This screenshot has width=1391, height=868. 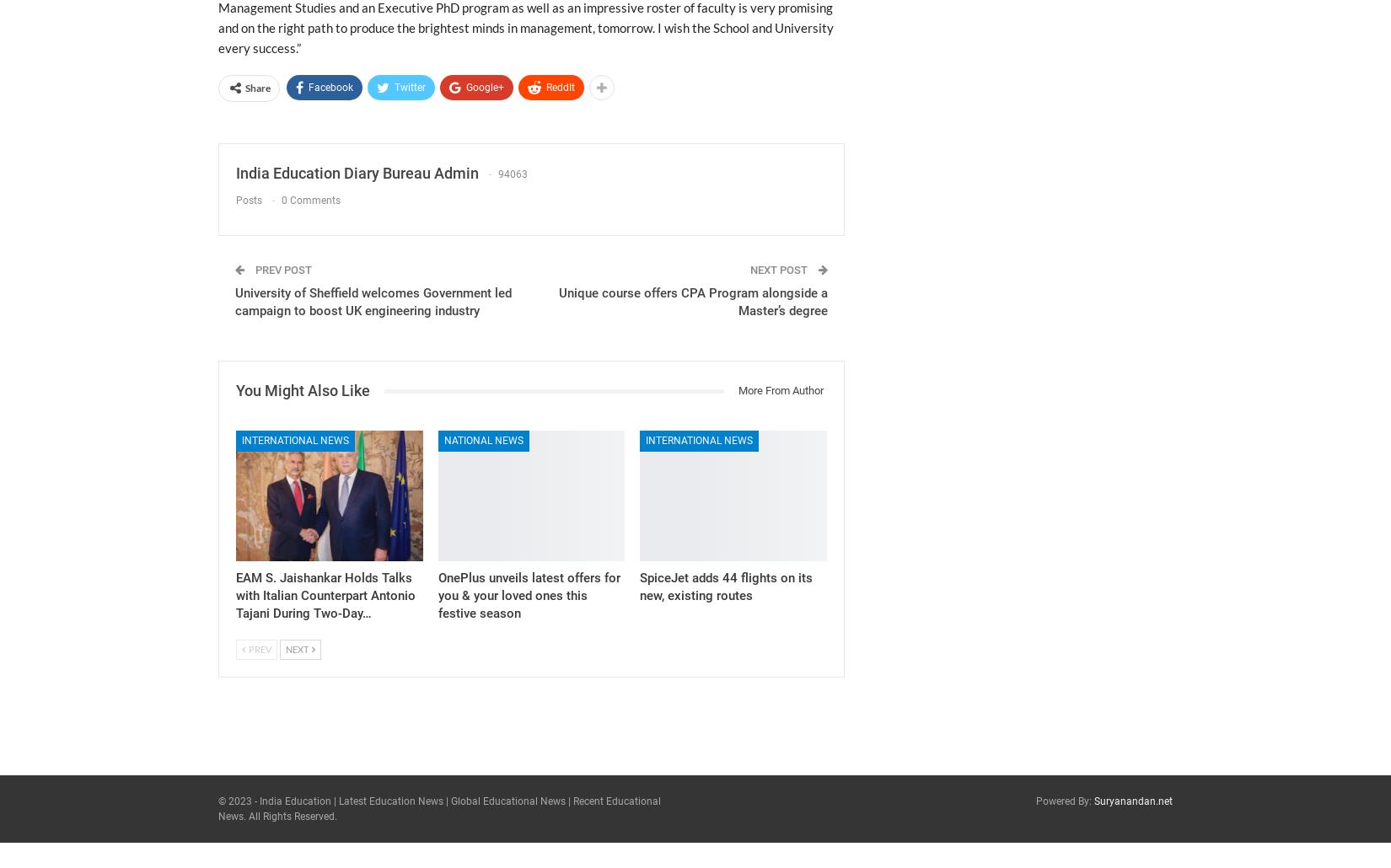 I want to click on 'Next Post', so click(x=749, y=269).